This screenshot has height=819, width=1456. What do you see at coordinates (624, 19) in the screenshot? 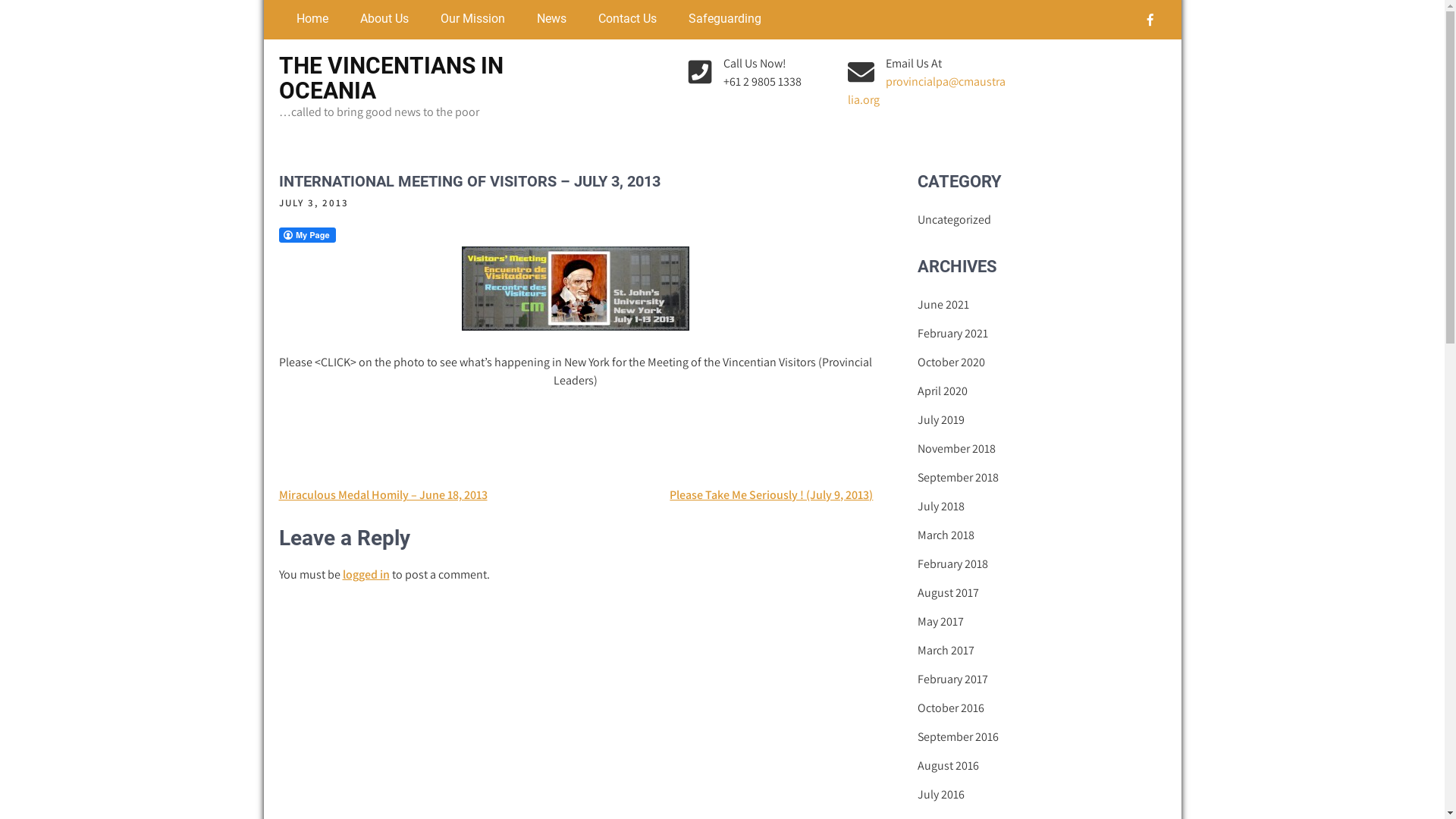
I see `'Contact Us'` at bounding box center [624, 19].